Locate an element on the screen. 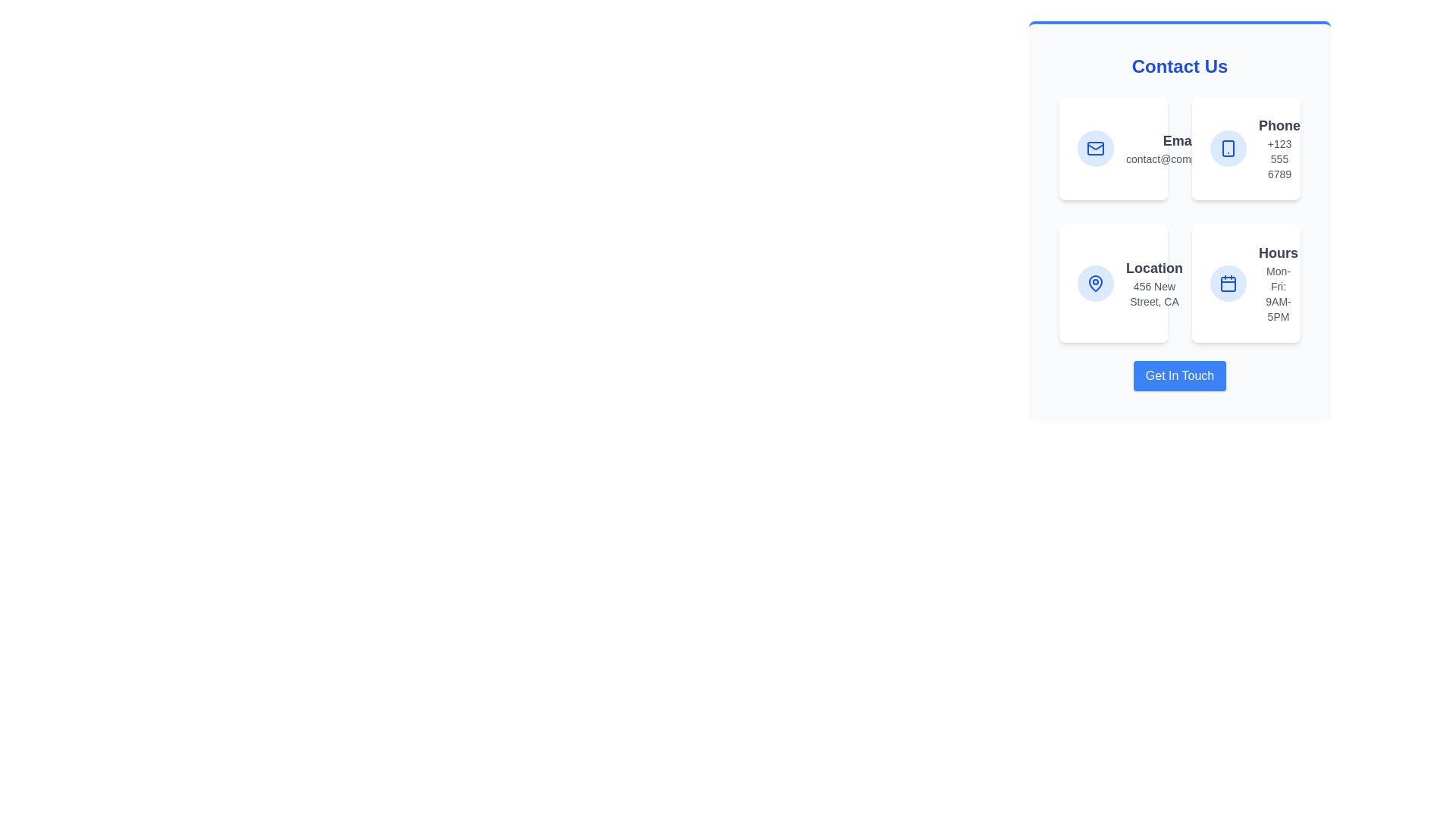  information displayed in the text label showing the phone number '+123 555 6789' located below the 'Phone' label in the contact card is located at coordinates (1279, 158).